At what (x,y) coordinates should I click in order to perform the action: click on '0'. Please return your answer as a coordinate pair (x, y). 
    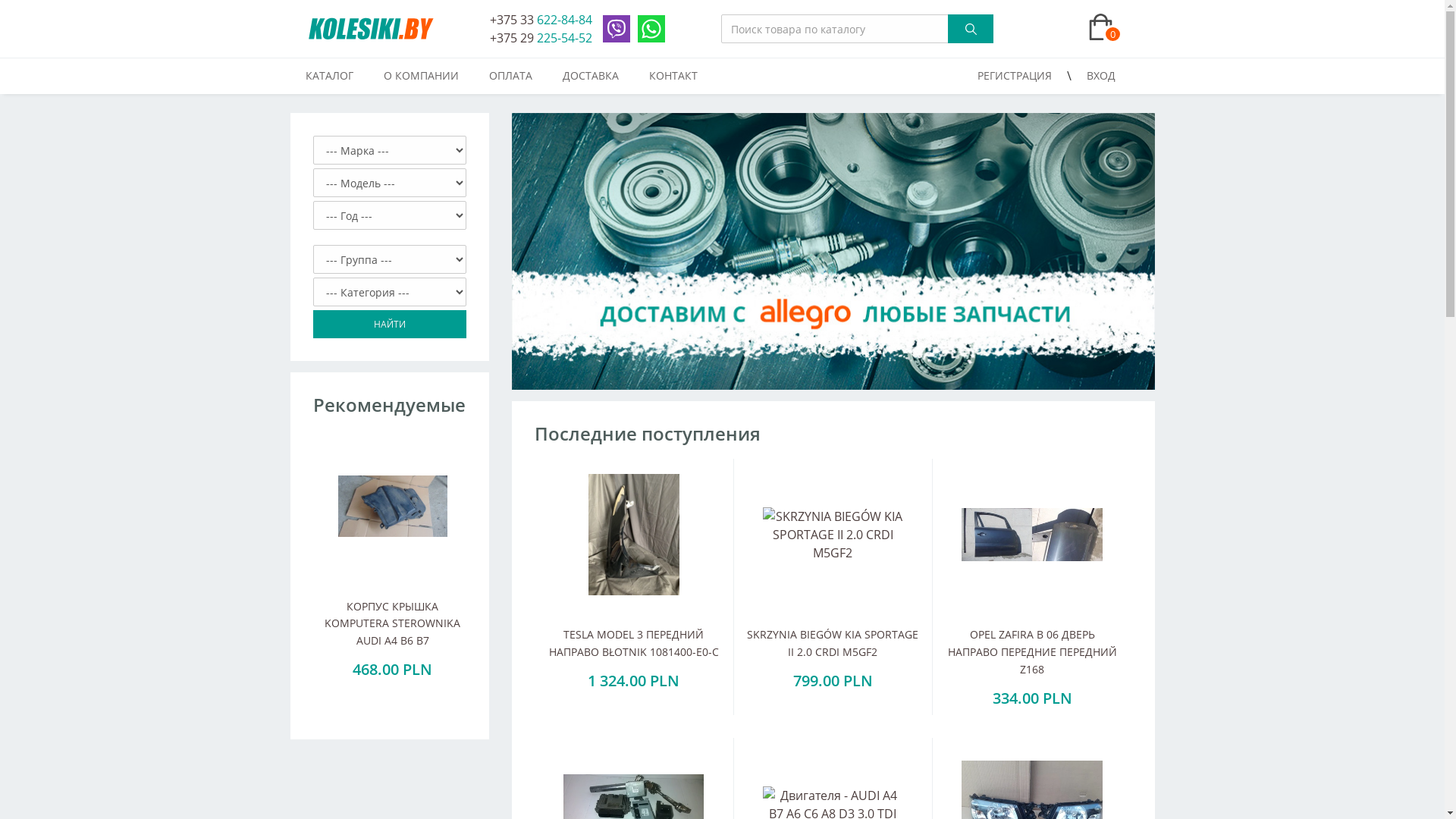
    Looking at the image, I should click on (1046, 29).